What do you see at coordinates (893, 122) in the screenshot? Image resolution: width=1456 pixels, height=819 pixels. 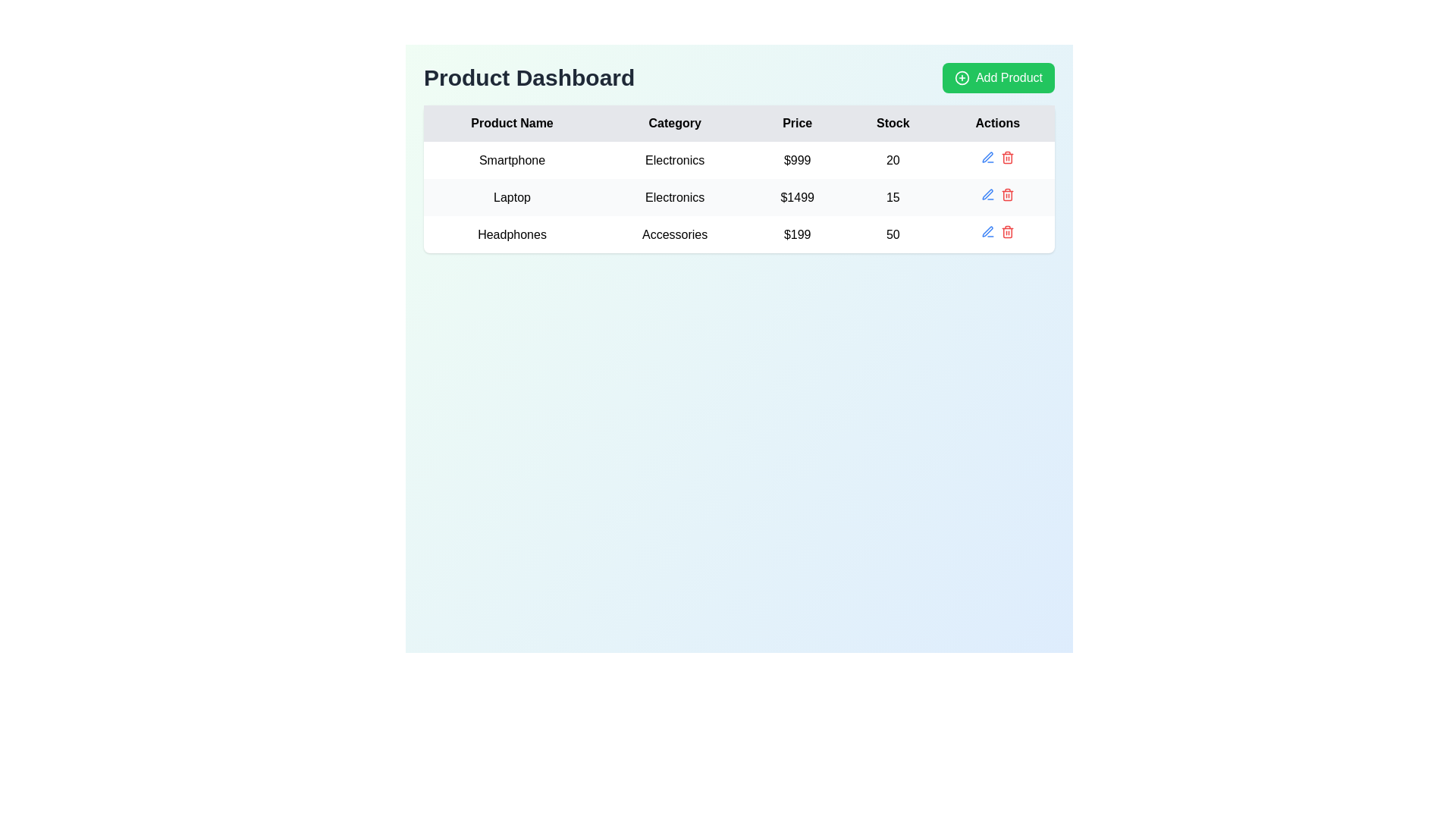 I see `the 'Stock' column header in the table, which is the fourth header, displayed in bold black font on a light gray background` at bounding box center [893, 122].